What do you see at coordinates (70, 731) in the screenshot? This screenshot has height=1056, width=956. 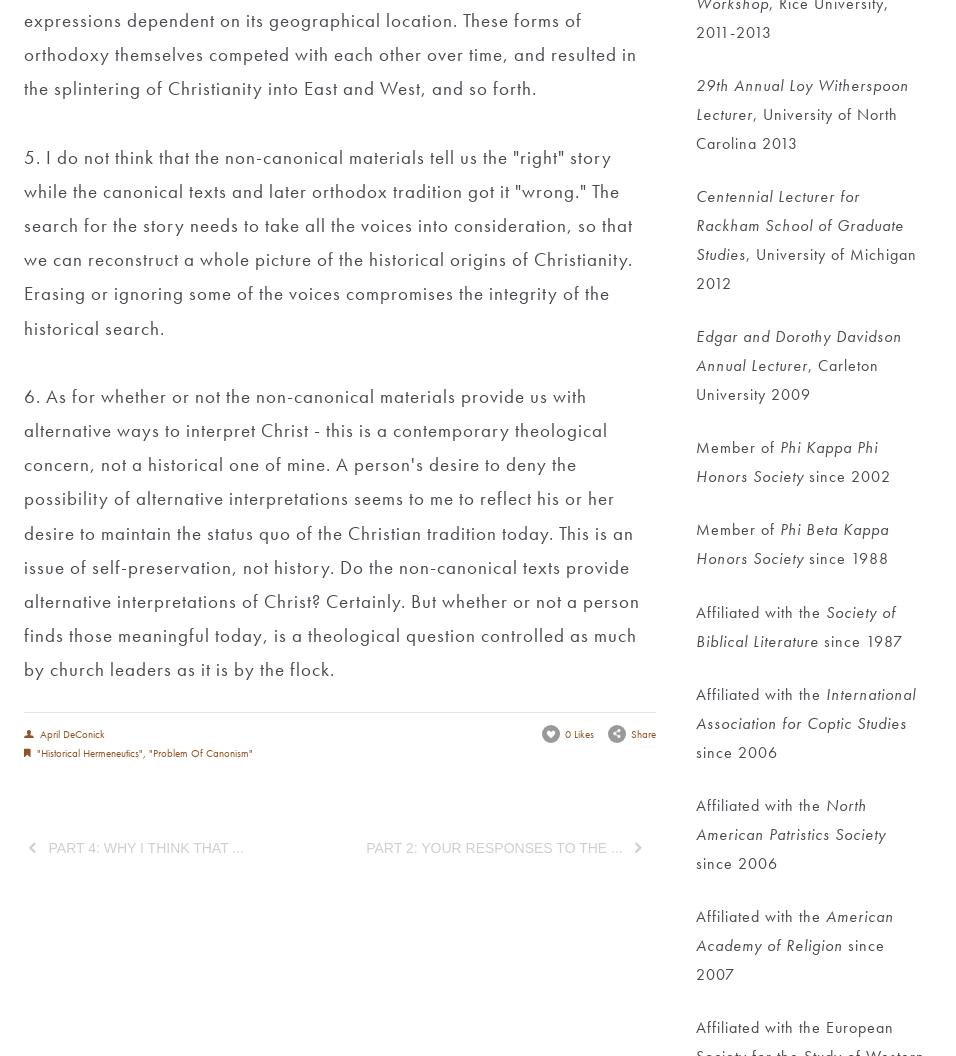 I see `'April DeConick'` at bounding box center [70, 731].